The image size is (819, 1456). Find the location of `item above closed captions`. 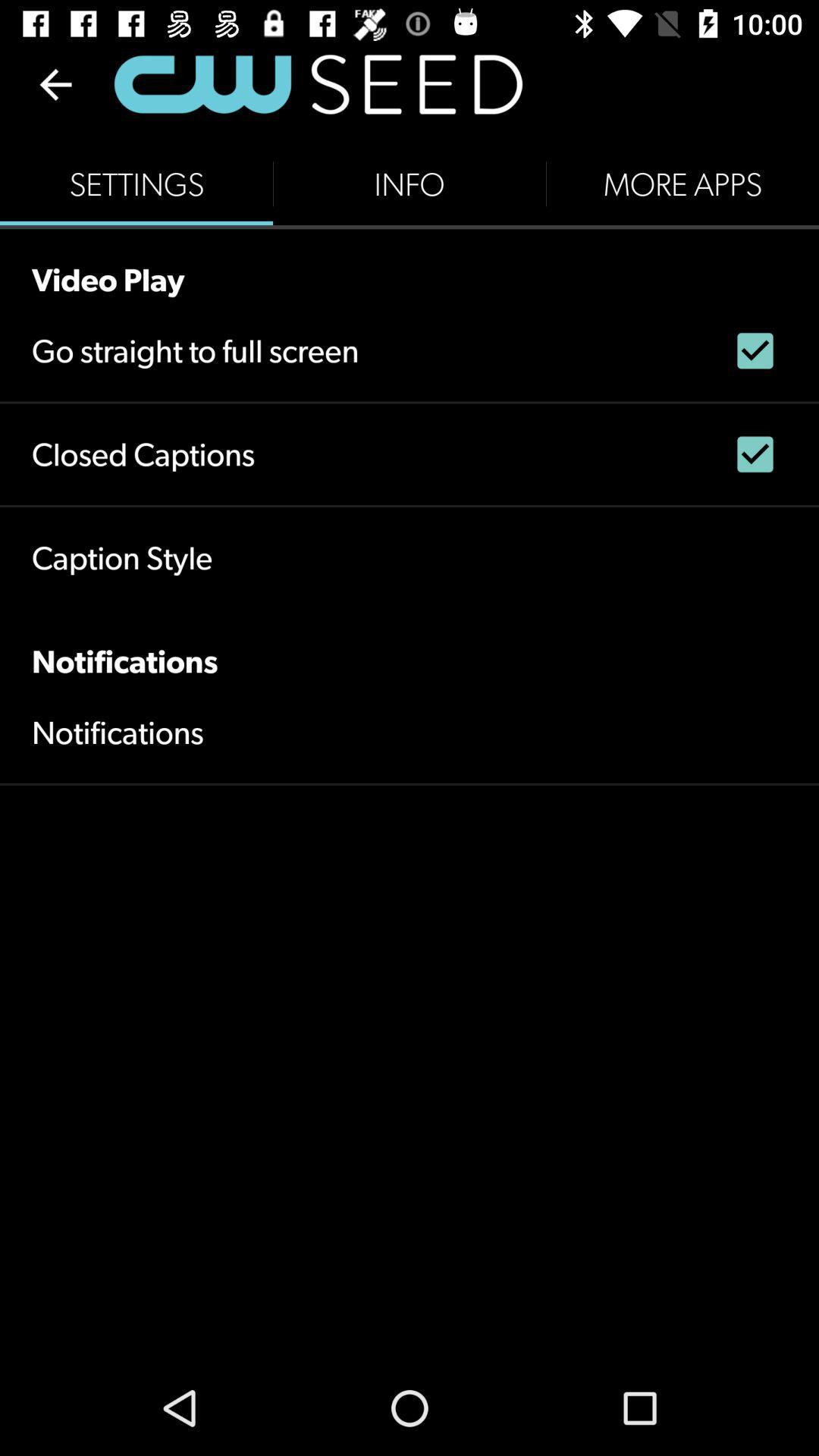

item above closed captions is located at coordinates (194, 350).